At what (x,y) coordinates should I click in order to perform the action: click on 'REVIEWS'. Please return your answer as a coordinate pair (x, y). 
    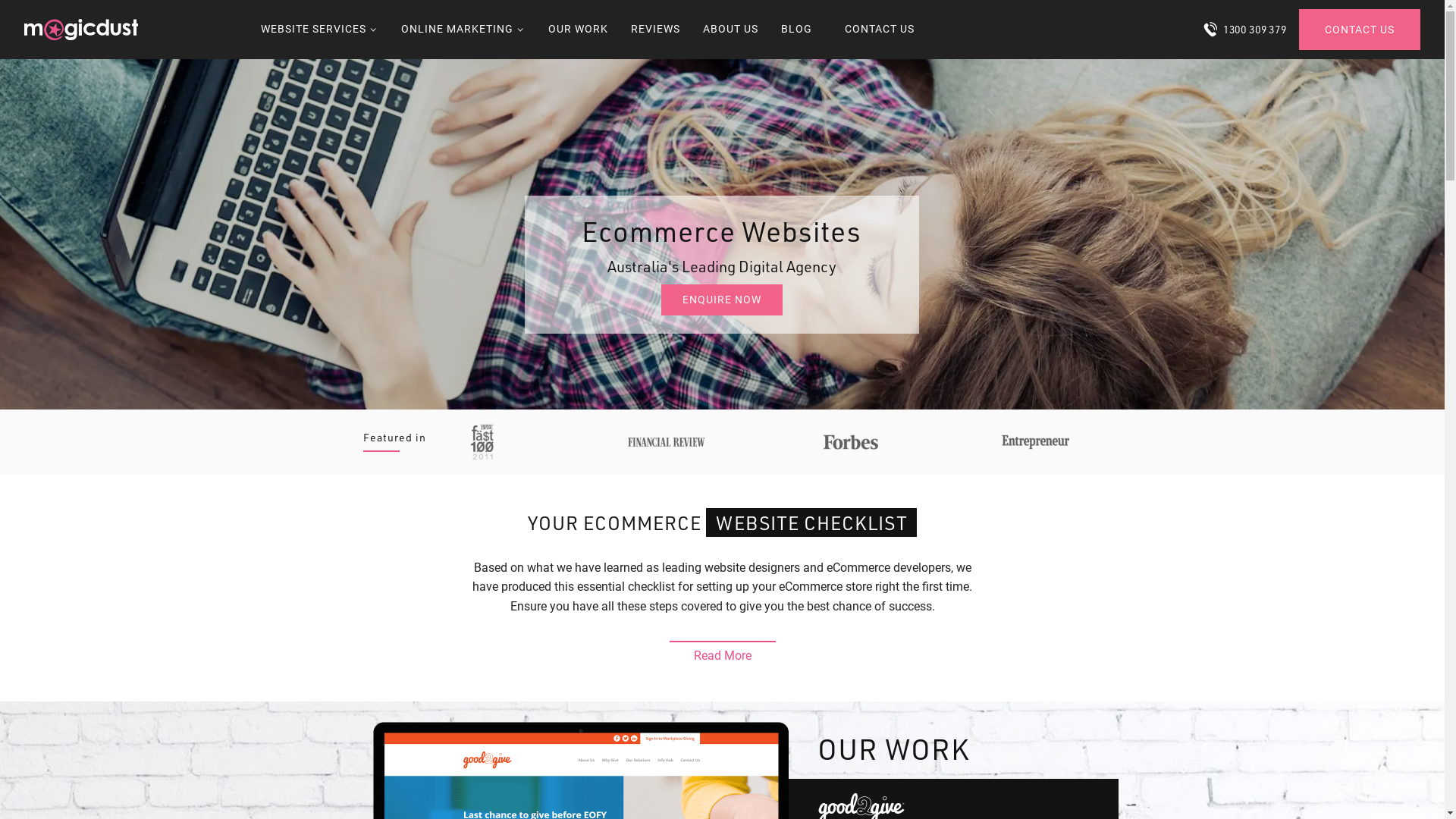
    Looking at the image, I should click on (655, 29).